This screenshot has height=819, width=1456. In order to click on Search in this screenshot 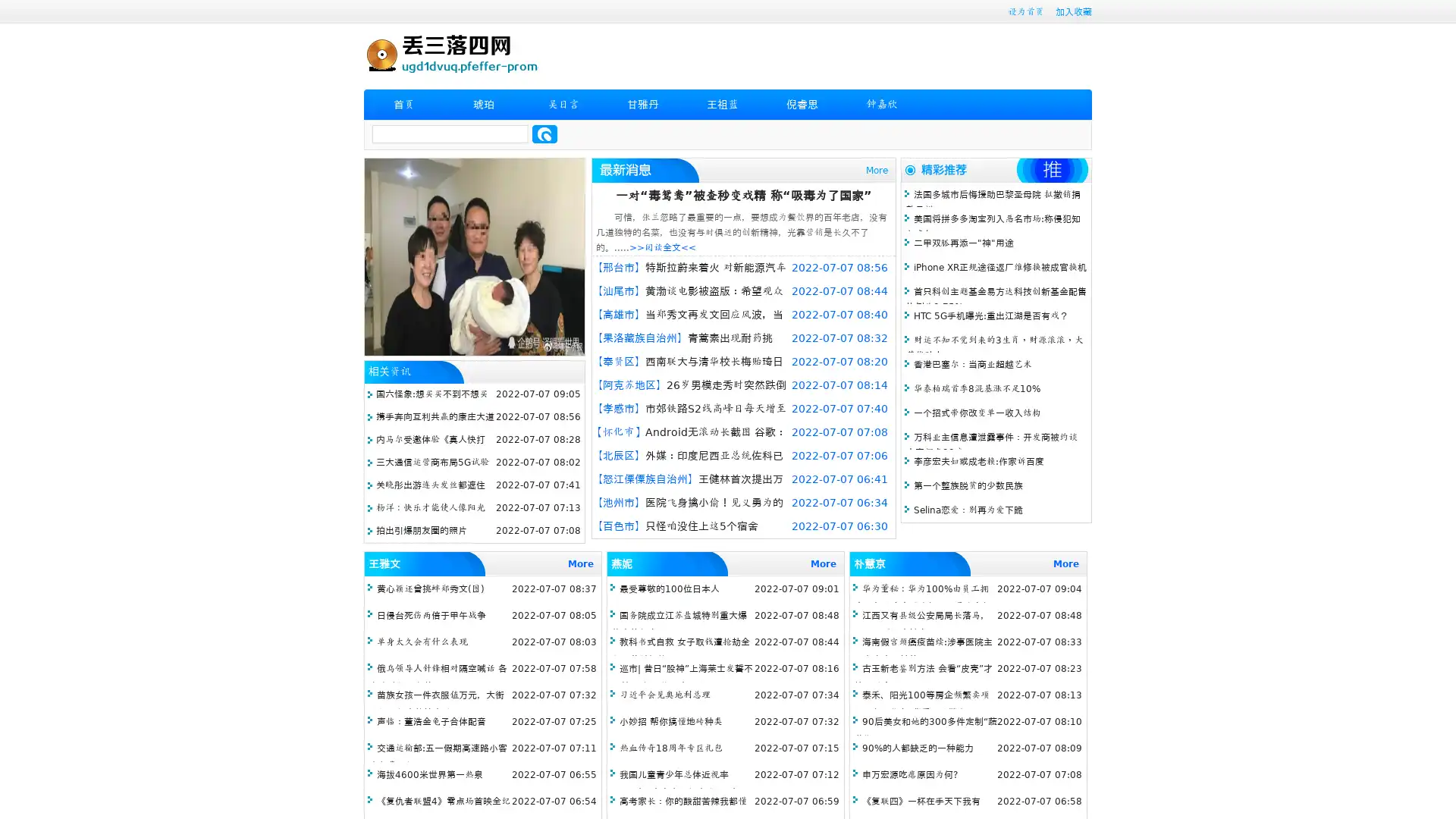, I will do `click(544, 133)`.